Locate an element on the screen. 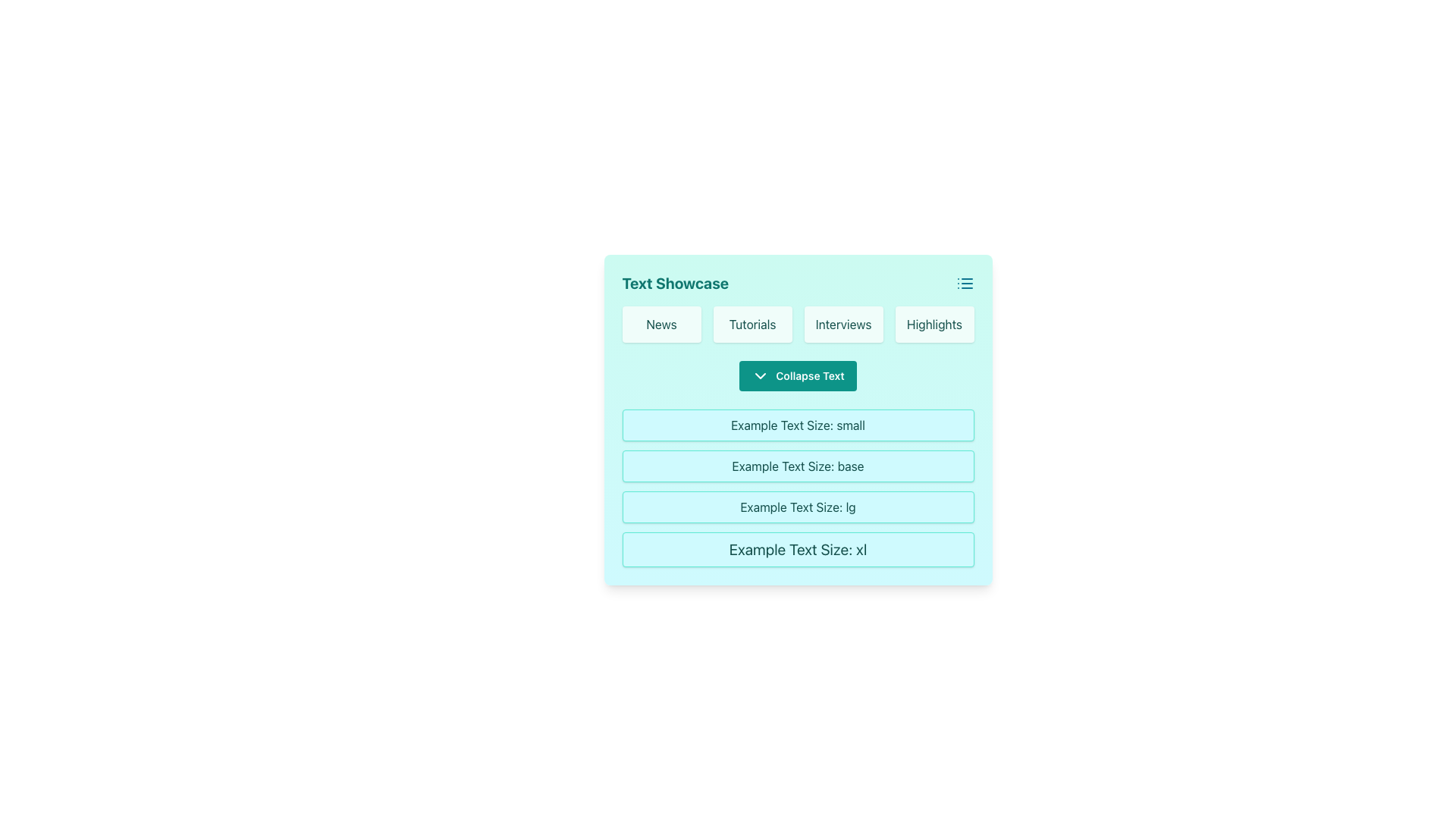 The image size is (1456, 819). the Informational Text Block containing the text 'Example Text Size: small', which is positioned beneath the 'Collapse Text' button is located at coordinates (797, 420).